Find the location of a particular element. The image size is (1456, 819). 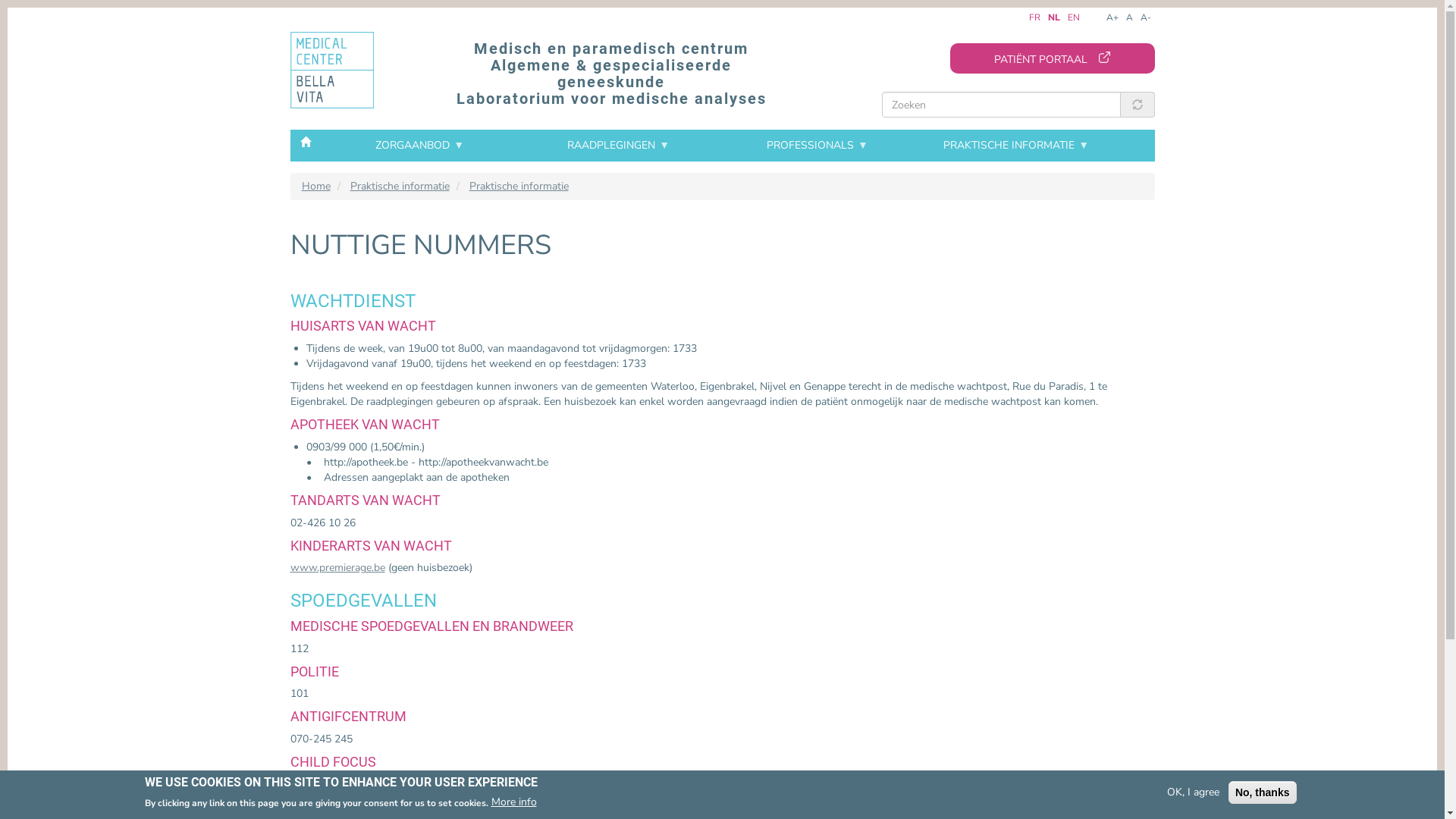

'DIALYSECENTRUM' is located at coordinates (387, 345).